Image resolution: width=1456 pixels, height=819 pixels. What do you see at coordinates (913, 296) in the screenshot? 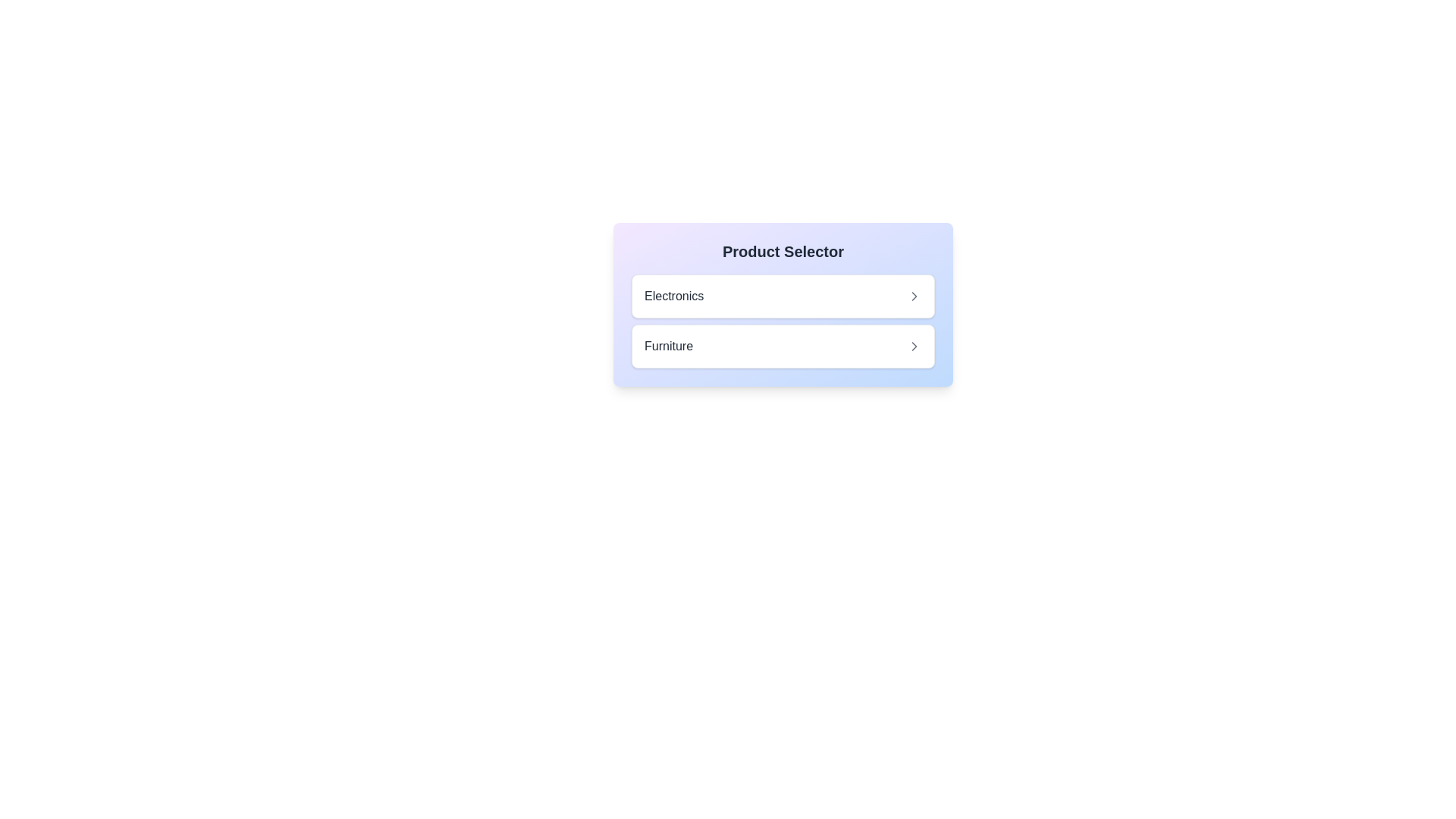
I see `the chevron icon pointing to the right` at bounding box center [913, 296].